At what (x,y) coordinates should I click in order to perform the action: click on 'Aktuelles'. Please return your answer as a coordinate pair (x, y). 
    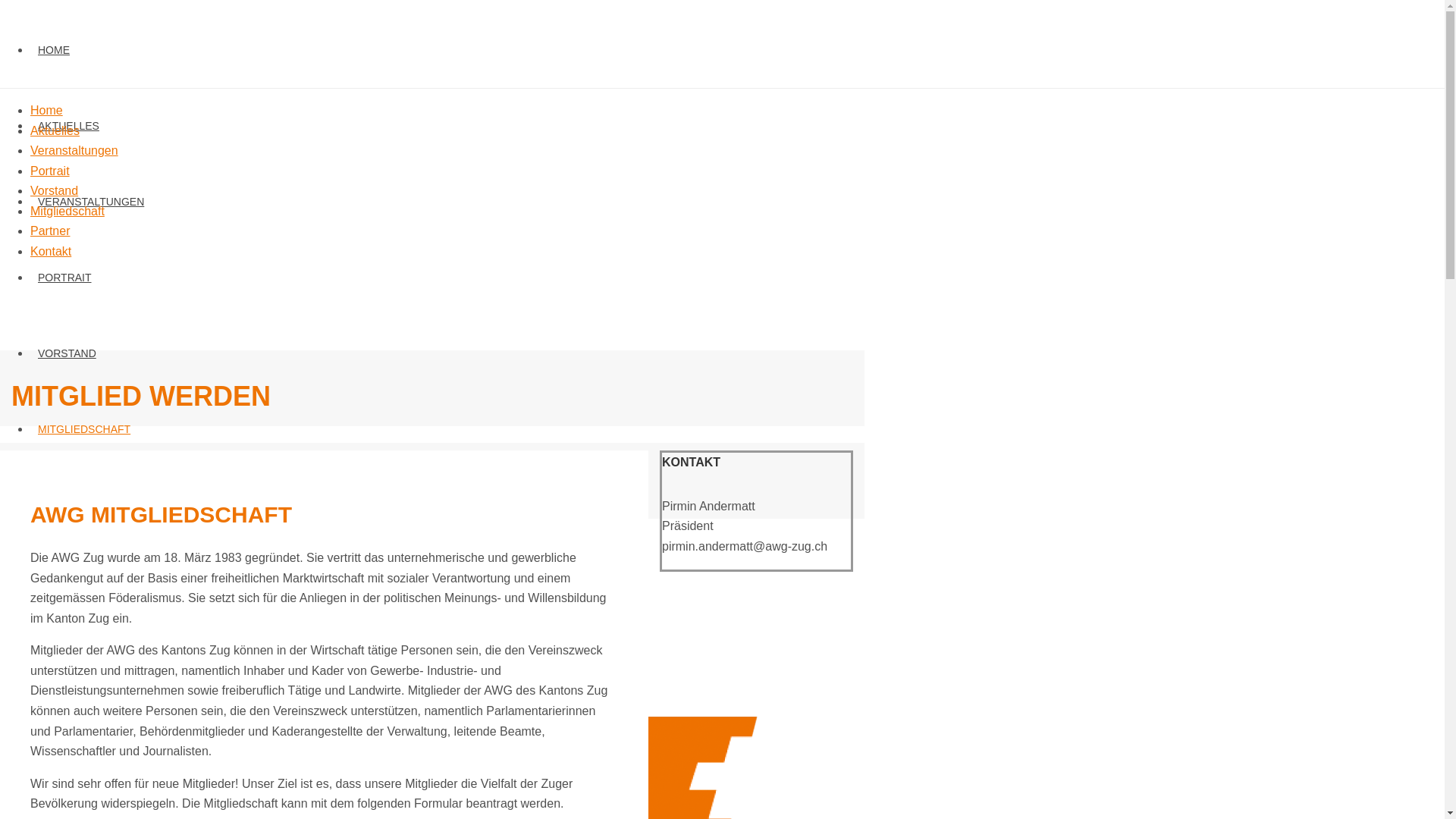
    Looking at the image, I should click on (55, 130).